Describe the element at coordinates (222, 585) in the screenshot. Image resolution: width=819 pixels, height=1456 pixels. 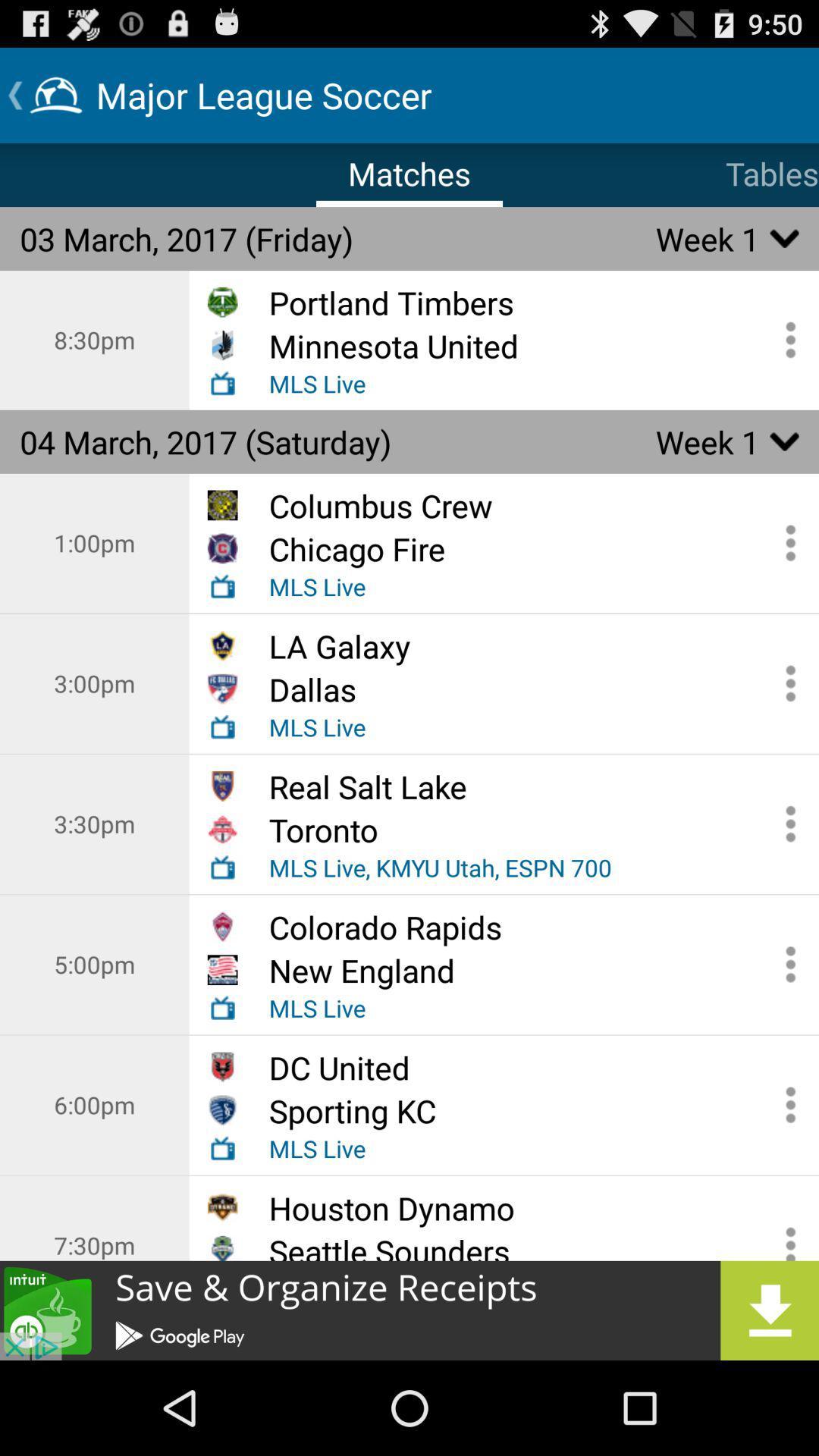
I see `the radio icon which is  below the chicago fire icon` at that location.